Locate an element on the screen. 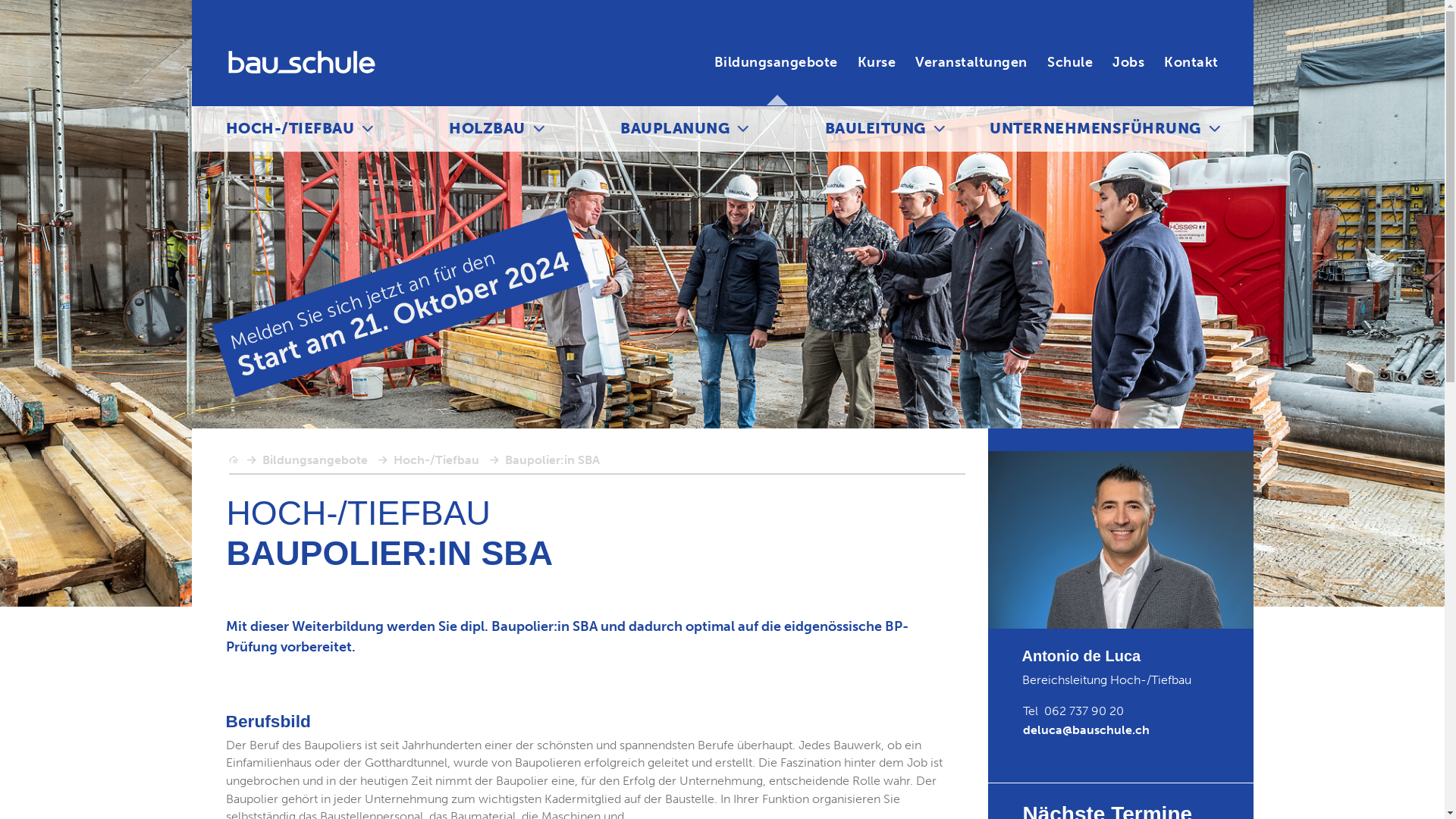 The height and width of the screenshot is (819, 1456). 'Kurse' is located at coordinates (858, 61).